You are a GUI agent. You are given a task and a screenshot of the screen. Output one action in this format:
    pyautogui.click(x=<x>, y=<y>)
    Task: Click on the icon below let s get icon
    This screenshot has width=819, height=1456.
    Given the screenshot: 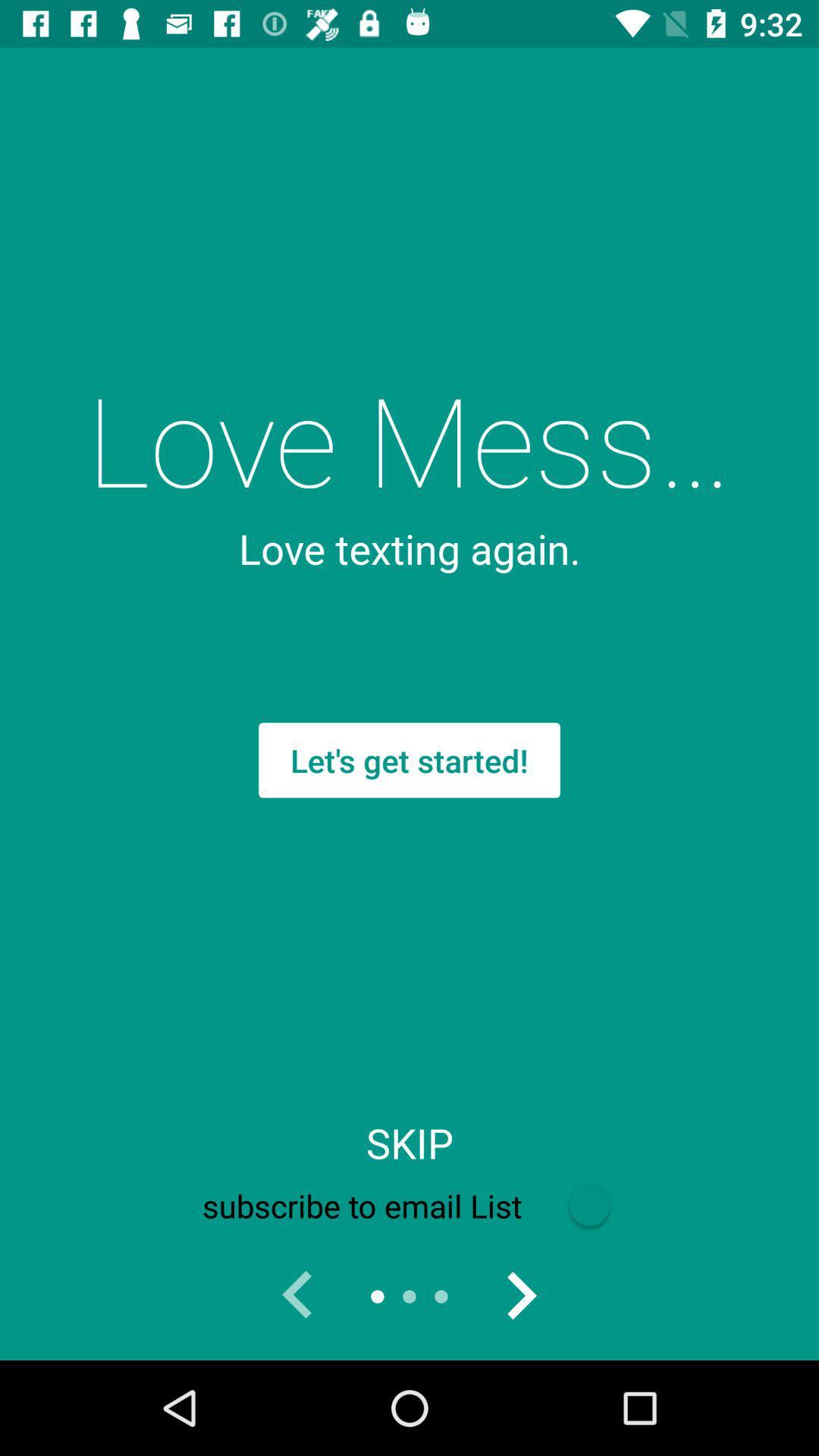 What is the action you would take?
    pyautogui.click(x=409, y=1143)
    